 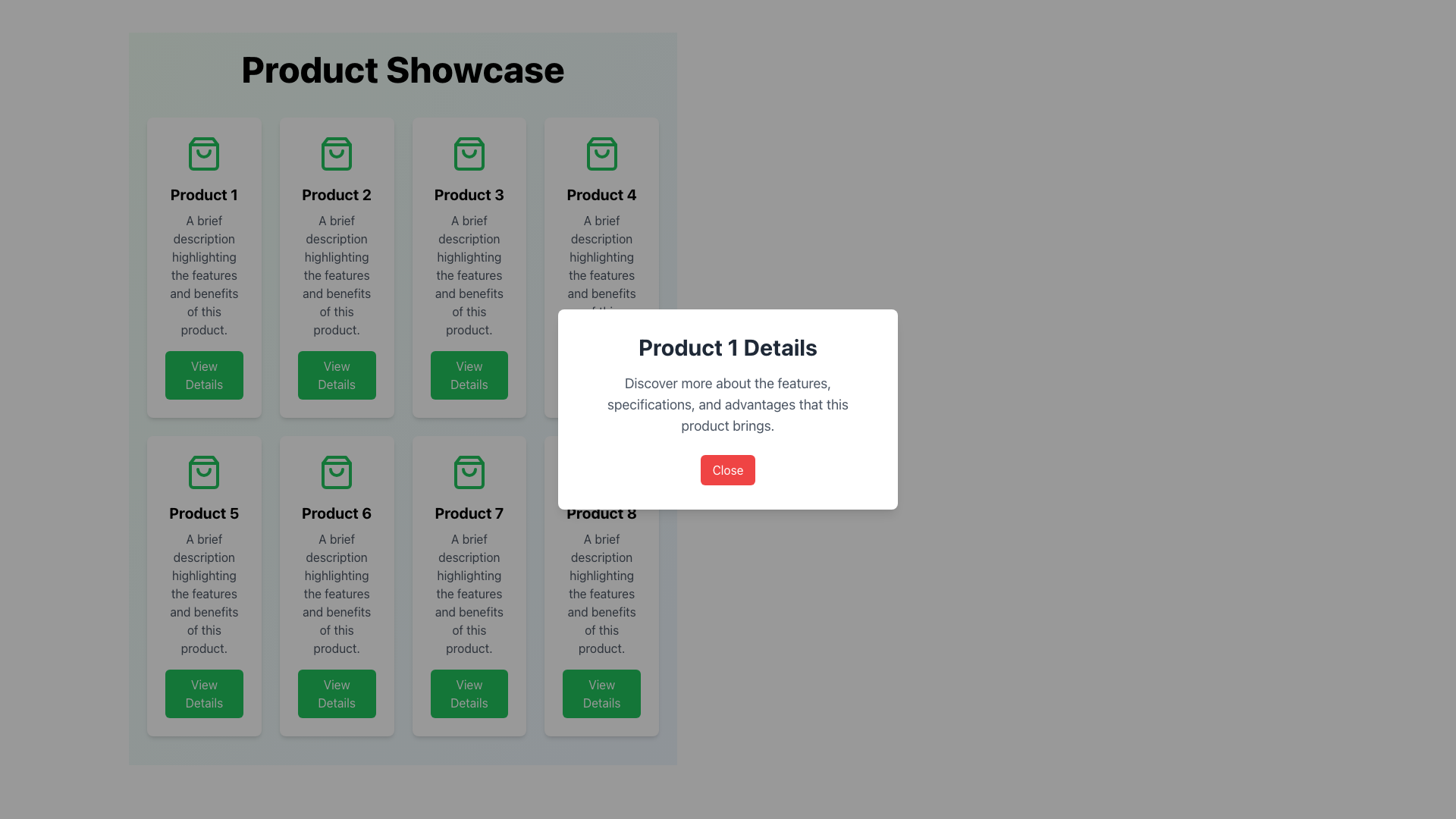 What do you see at coordinates (468, 154) in the screenshot?
I see `the decorative shopping icon located in the center of the top section of the tile labeled 'Product 3', aligned with the grid layout in the first row, third column` at bounding box center [468, 154].